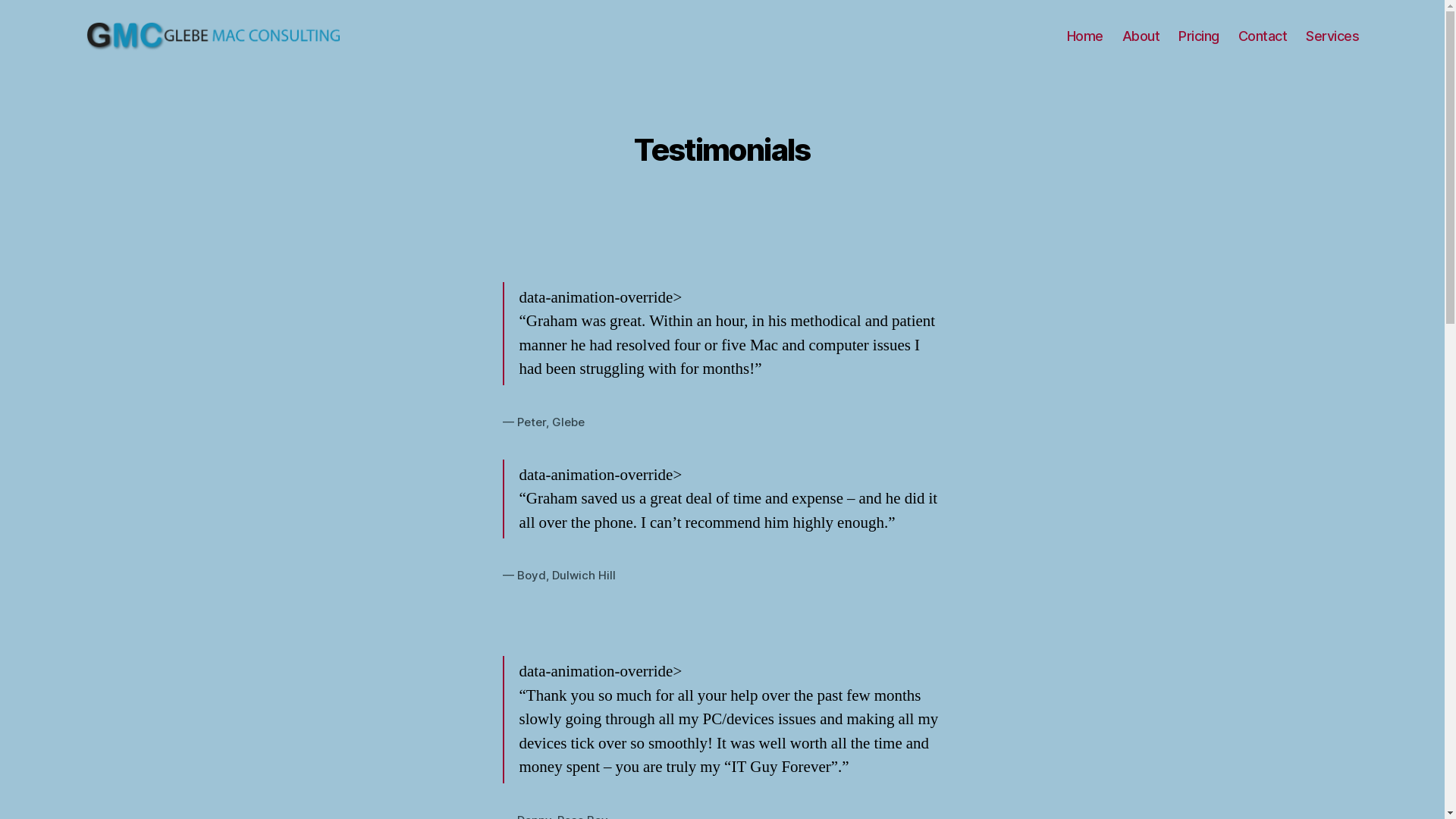 The width and height of the screenshot is (1456, 819). What do you see at coordinates (1141, 35) in the screenshot?
I see `'About'` at bounding box center [1141, 35].